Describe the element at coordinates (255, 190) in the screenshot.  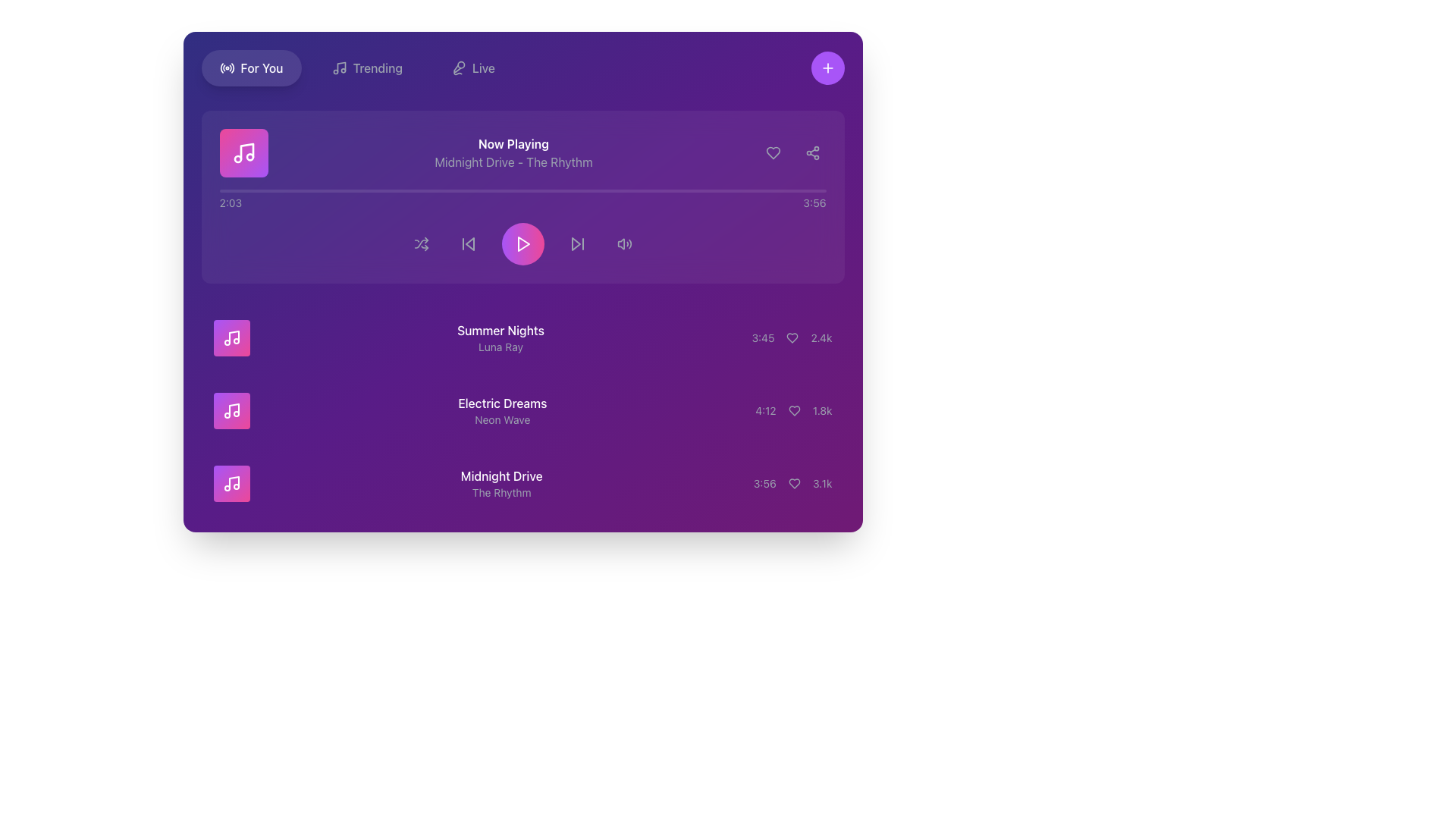
I see `playback position` at that location.